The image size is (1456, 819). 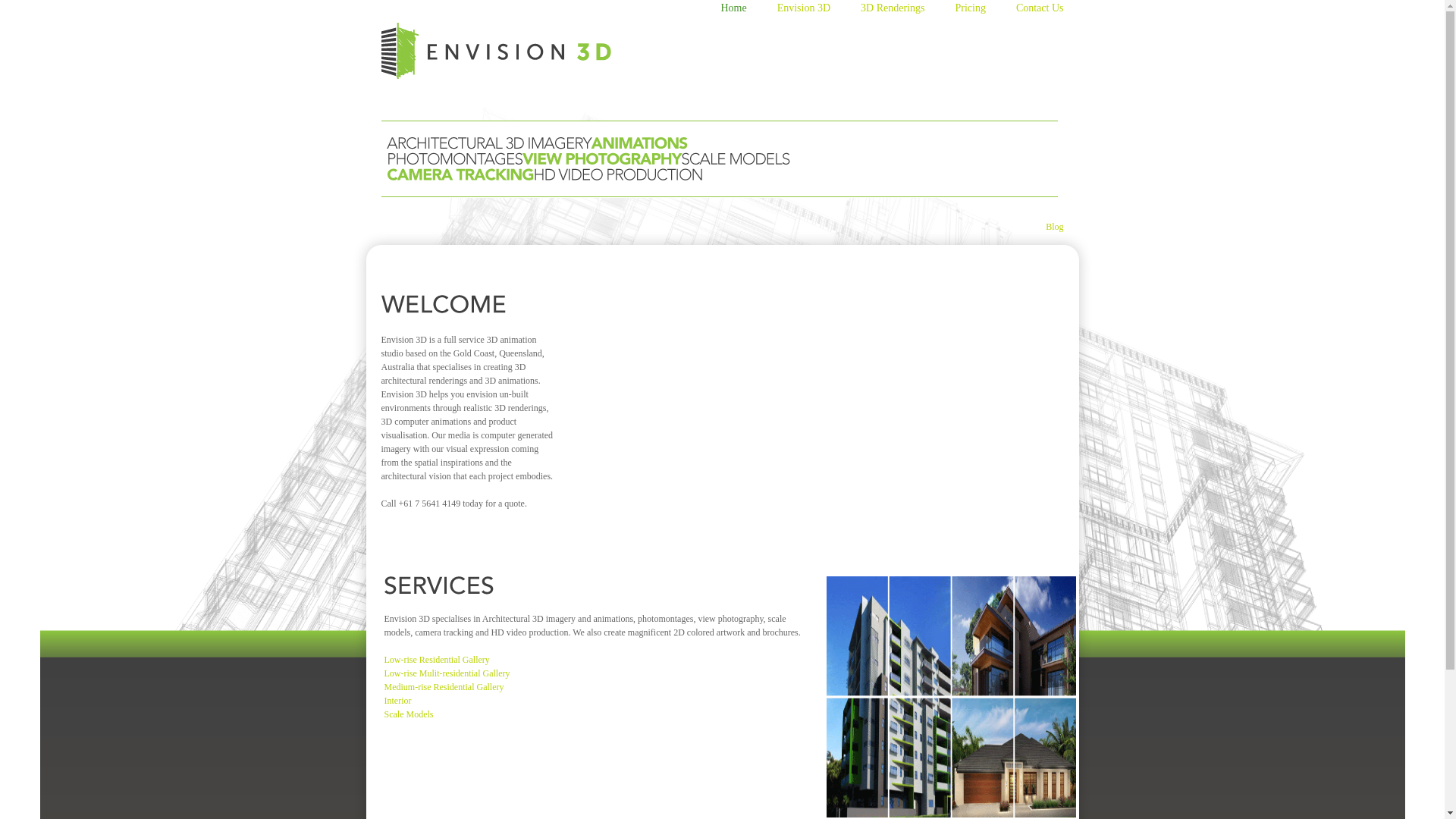 What do you see at coordinates (446, 672) in the screenshot?
I see `'Low-rise Mulit-residential Gallery'` at bounding box center [446, 672].